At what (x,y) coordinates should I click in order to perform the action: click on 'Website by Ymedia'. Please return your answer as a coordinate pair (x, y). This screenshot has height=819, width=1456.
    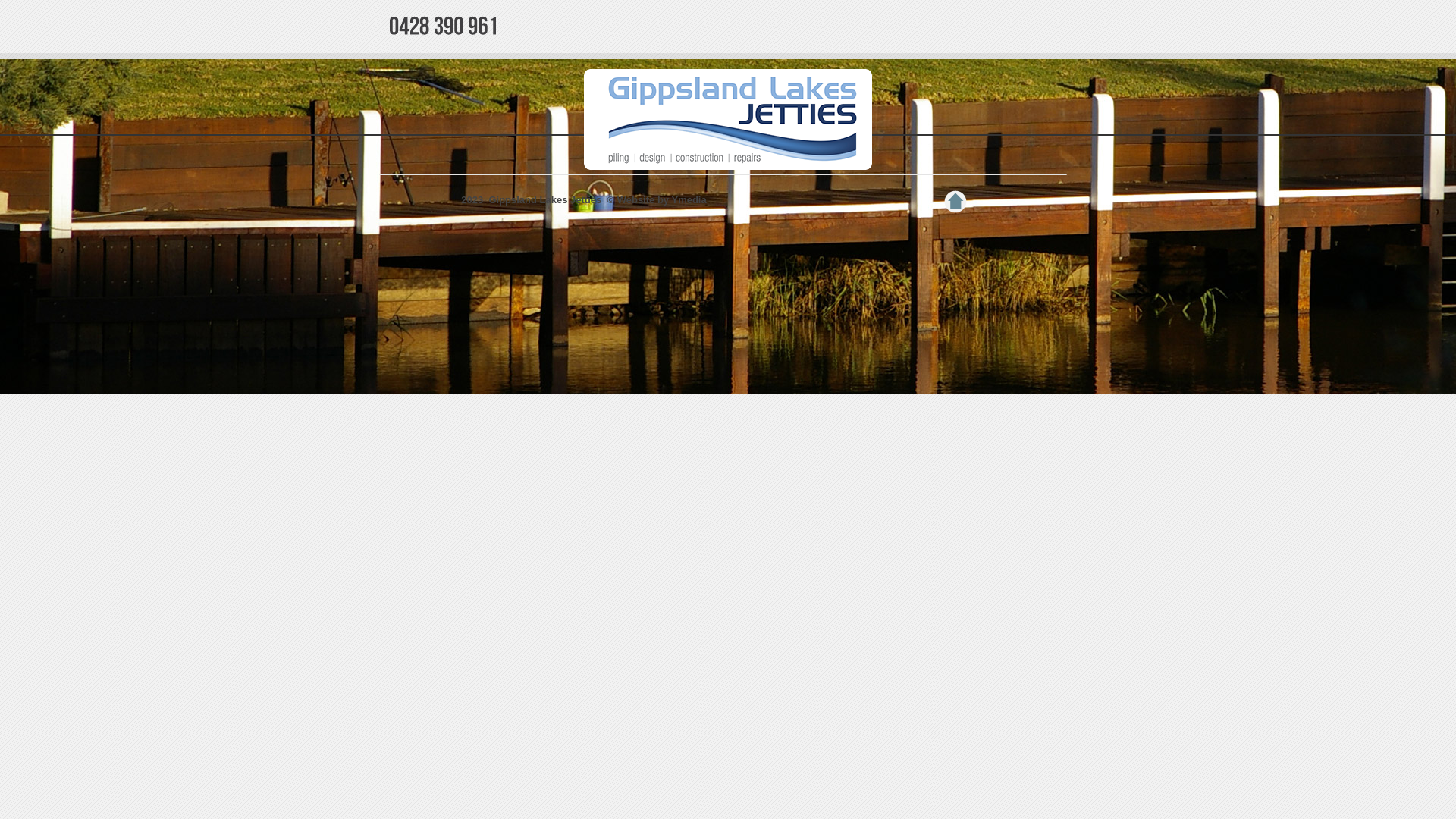
    Looking at the image, I should click on (617, 199).